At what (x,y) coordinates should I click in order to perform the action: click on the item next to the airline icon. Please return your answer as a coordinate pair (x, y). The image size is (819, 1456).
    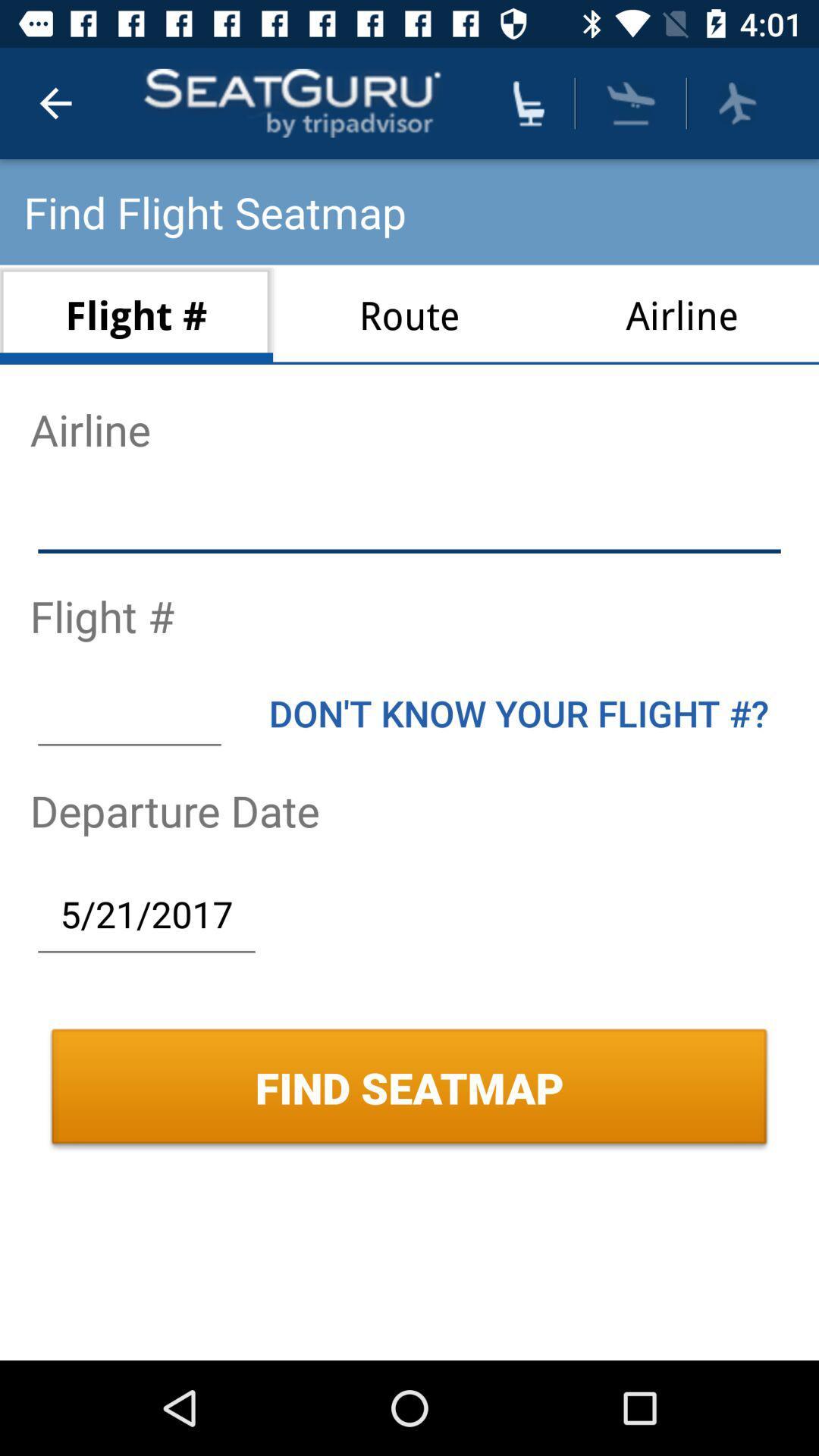
    Looking at the image, I should click on (409, 314).